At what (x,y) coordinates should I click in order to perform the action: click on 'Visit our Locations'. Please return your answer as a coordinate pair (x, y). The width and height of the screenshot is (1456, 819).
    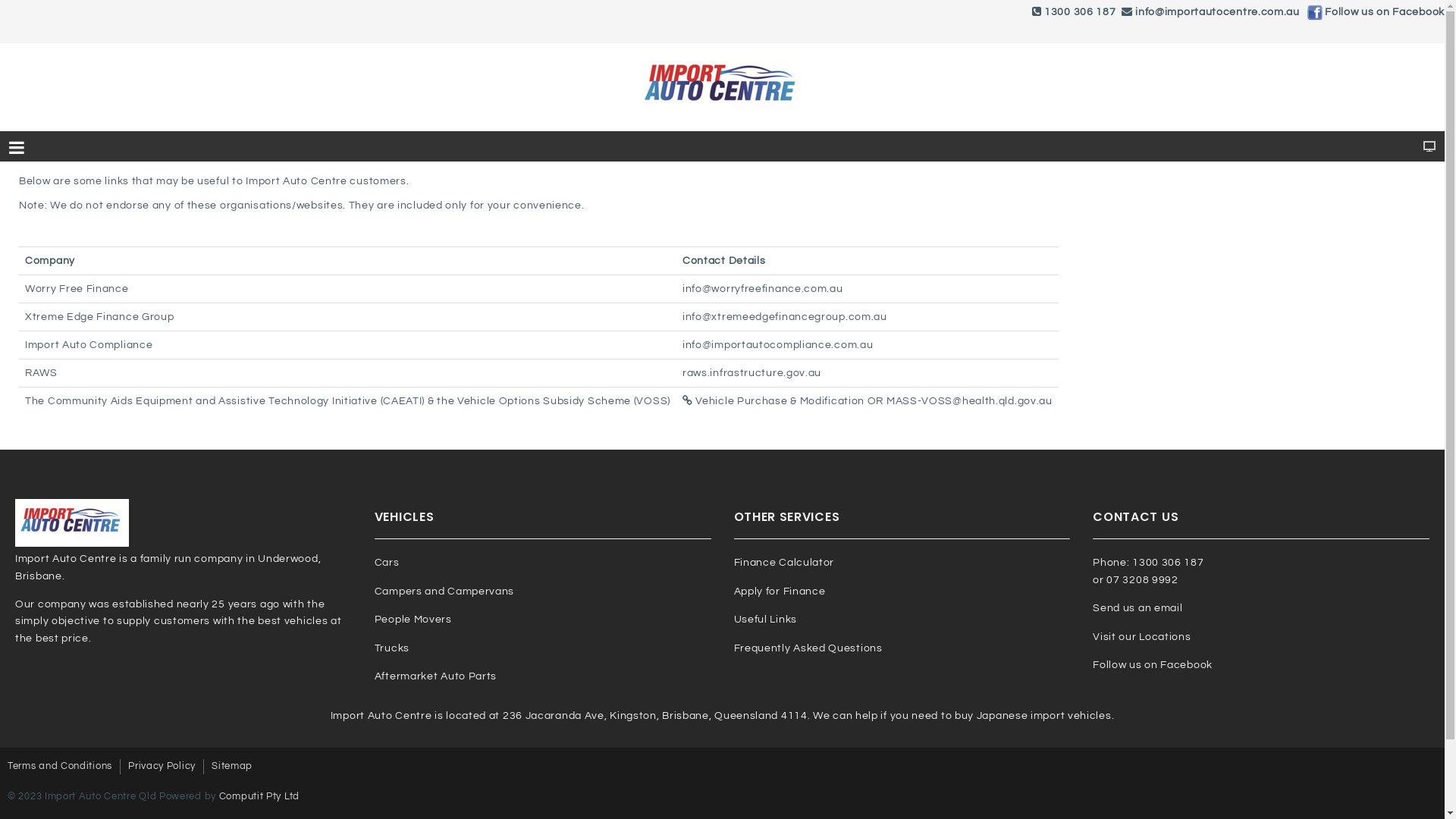
    Looking at the image, I should click on (1141, 637).